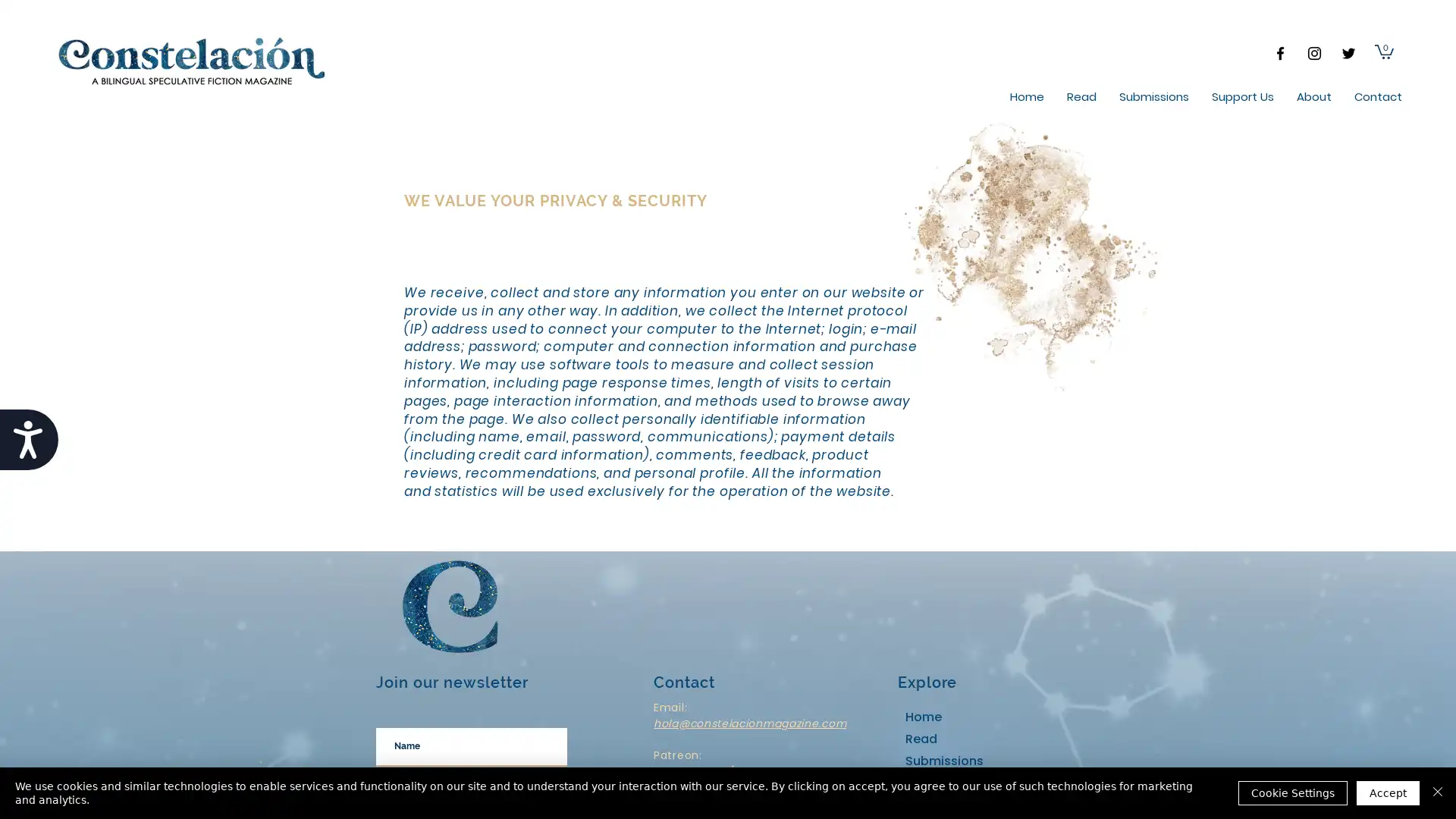 The width and height of the screenshot is (1456, 819). Describe the element at coordinates (1291, 792) in the screenshot. I see `Cookie Settings` at that location.